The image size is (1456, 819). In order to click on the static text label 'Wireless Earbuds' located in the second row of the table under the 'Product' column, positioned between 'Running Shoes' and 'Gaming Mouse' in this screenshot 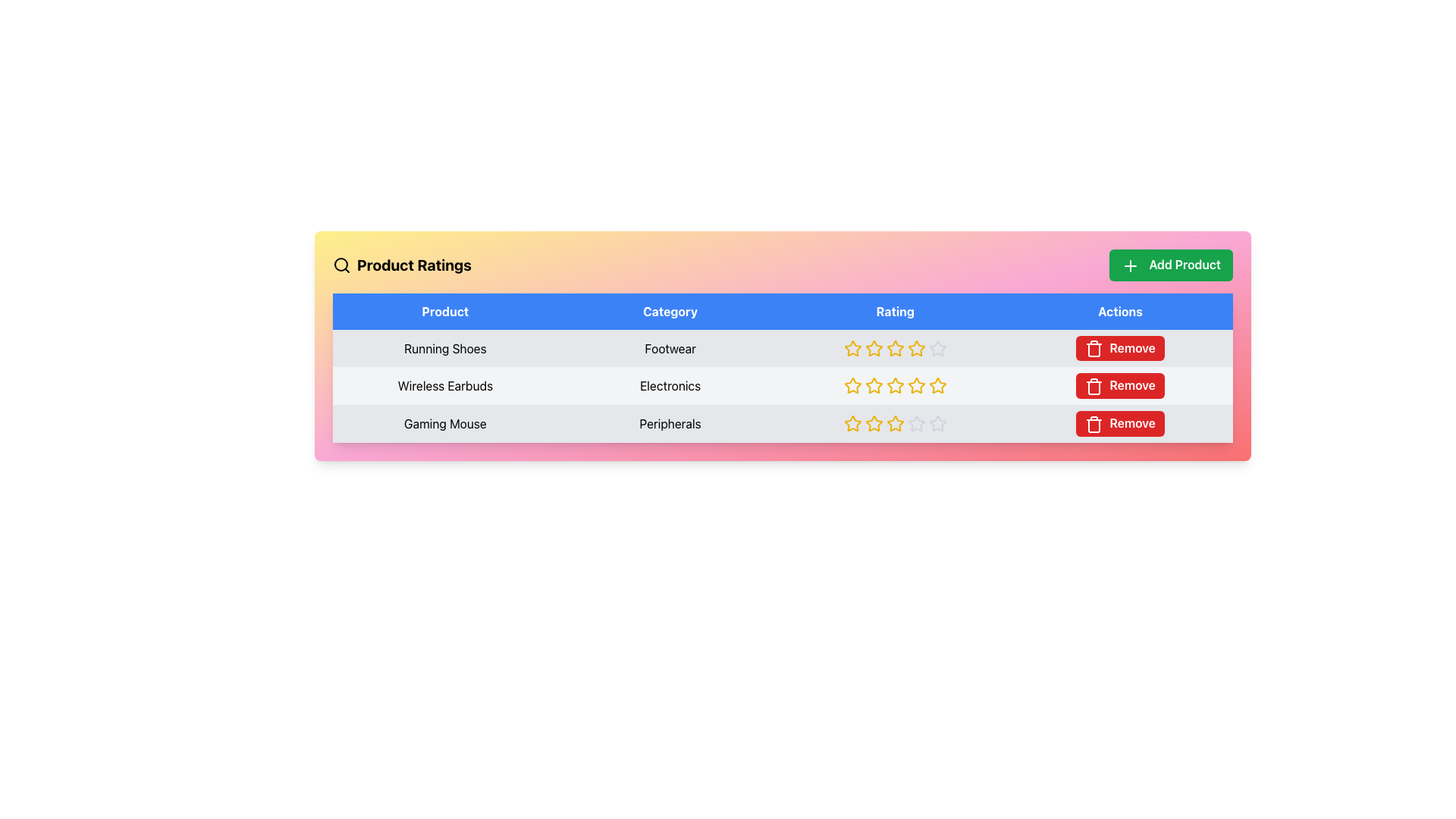, I will do `click(444, 385)`.